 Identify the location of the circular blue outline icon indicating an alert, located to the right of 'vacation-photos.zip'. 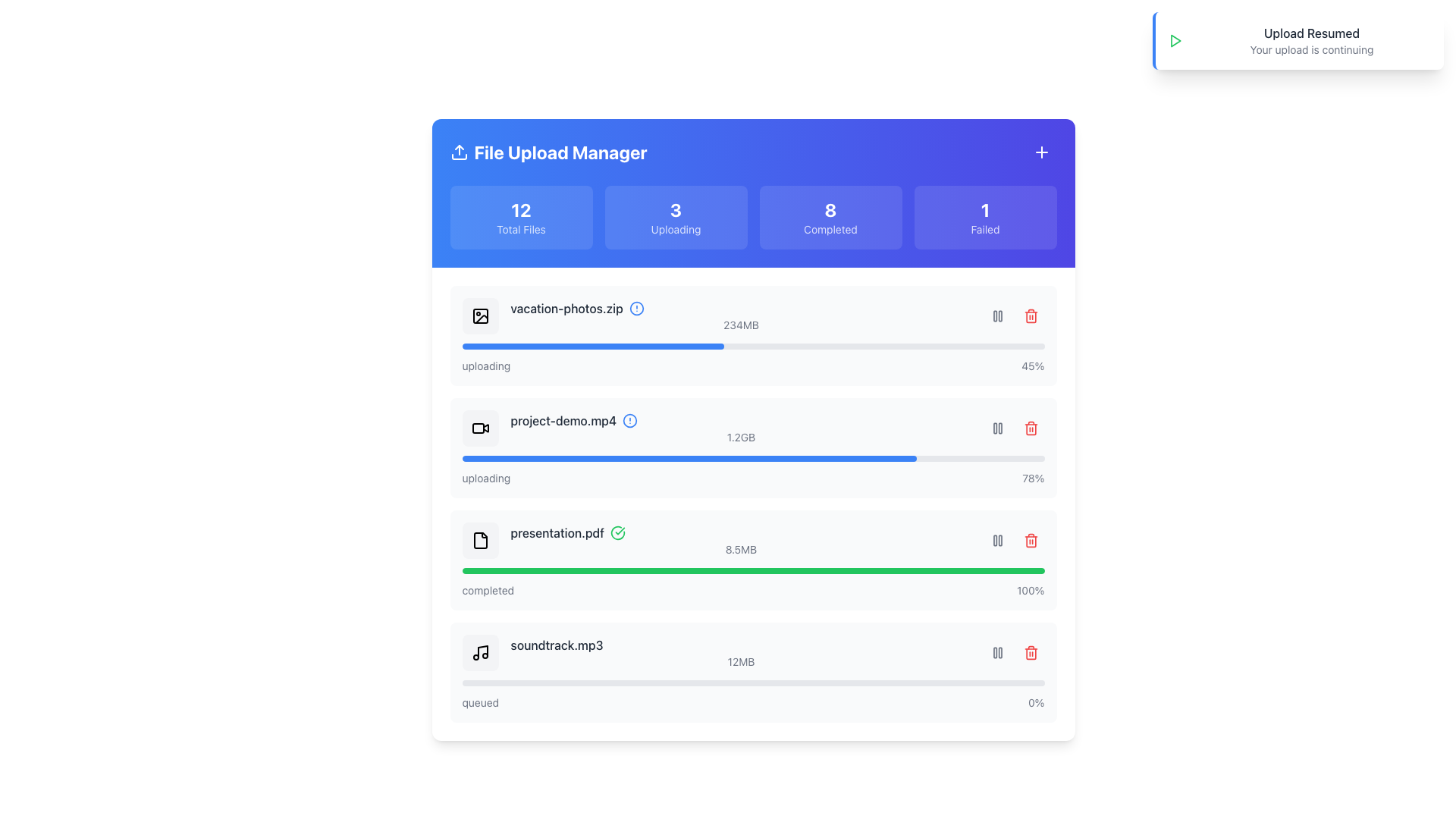
(636, 308).